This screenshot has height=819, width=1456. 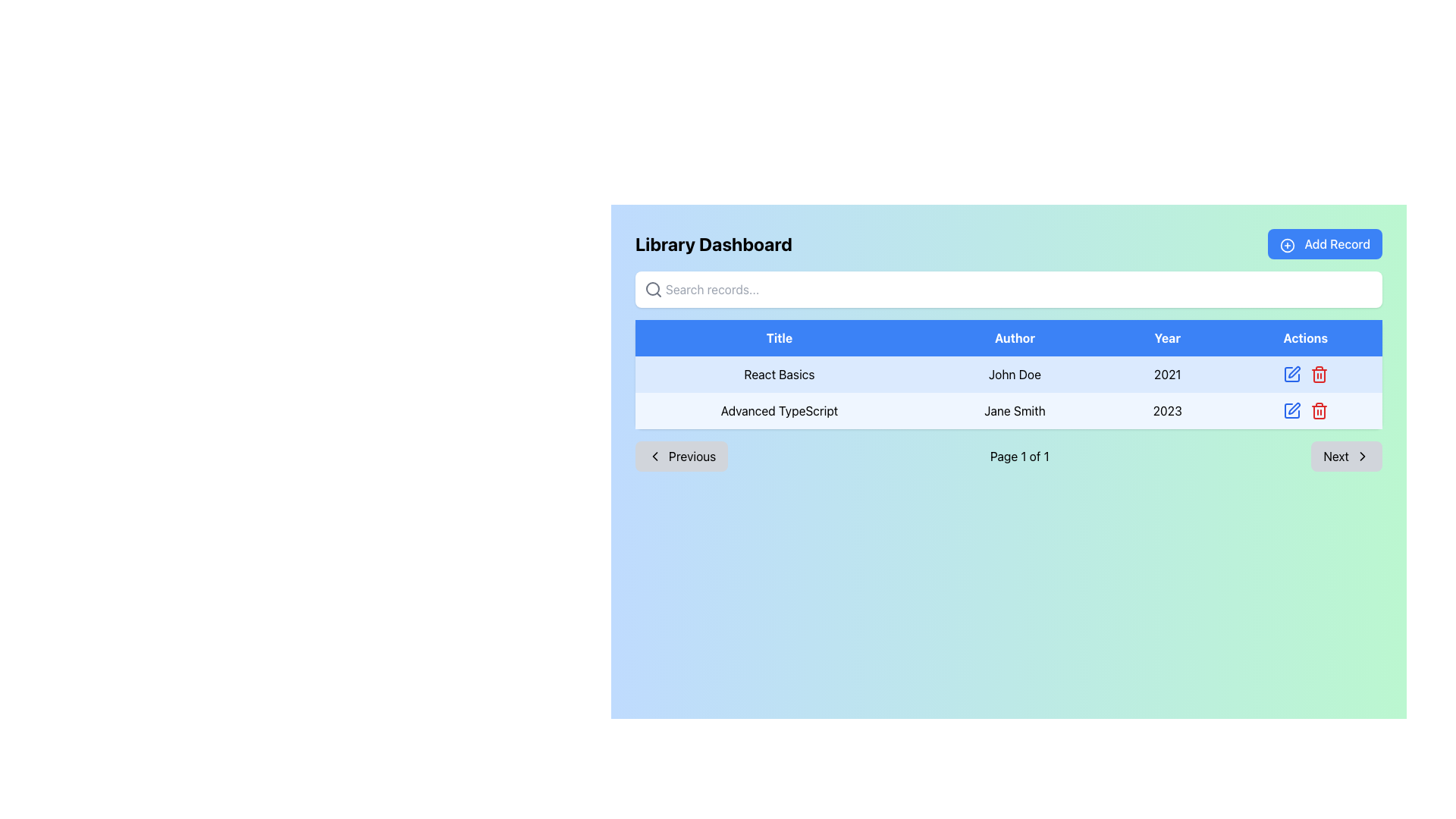 I want to click on the 'Edit' button located in the 'Actions' column of the last row of the table, so click(x=1291, y=374).